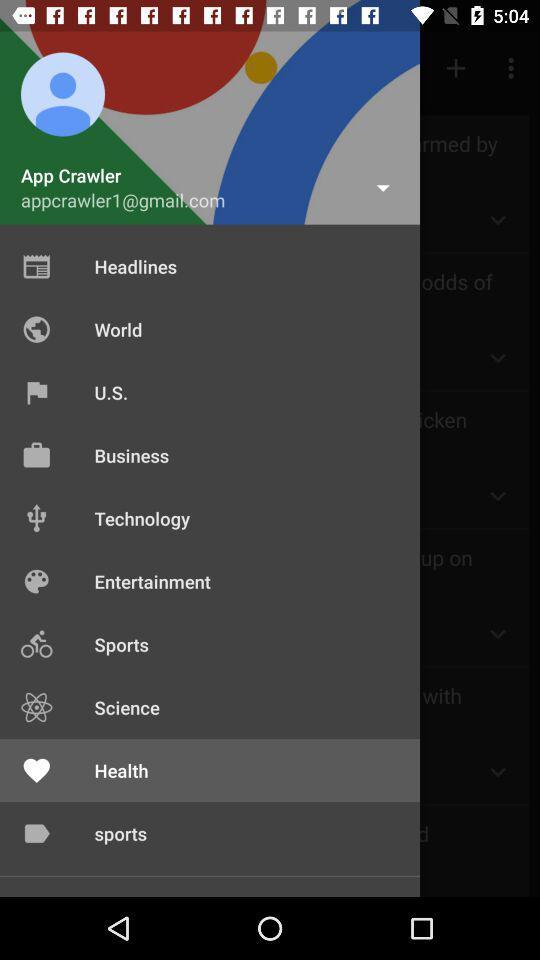  Describe the element at coordinates (496, 633) in the screenshot. I see `the expand_more icon` at that location.